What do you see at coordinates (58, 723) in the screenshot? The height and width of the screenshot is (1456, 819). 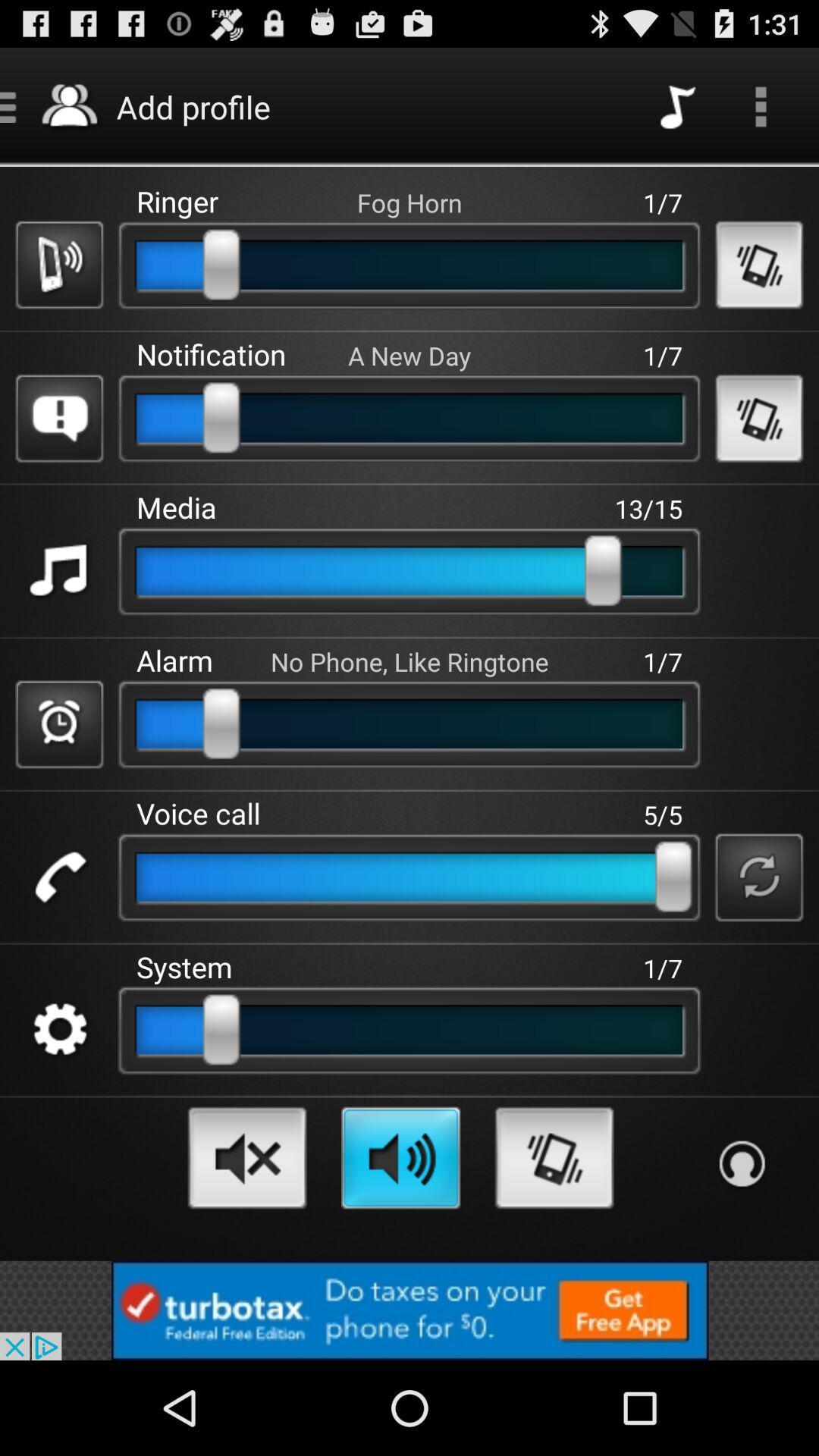 I see `alarm icon at the left side of the page` at bounding box center [58, 723].